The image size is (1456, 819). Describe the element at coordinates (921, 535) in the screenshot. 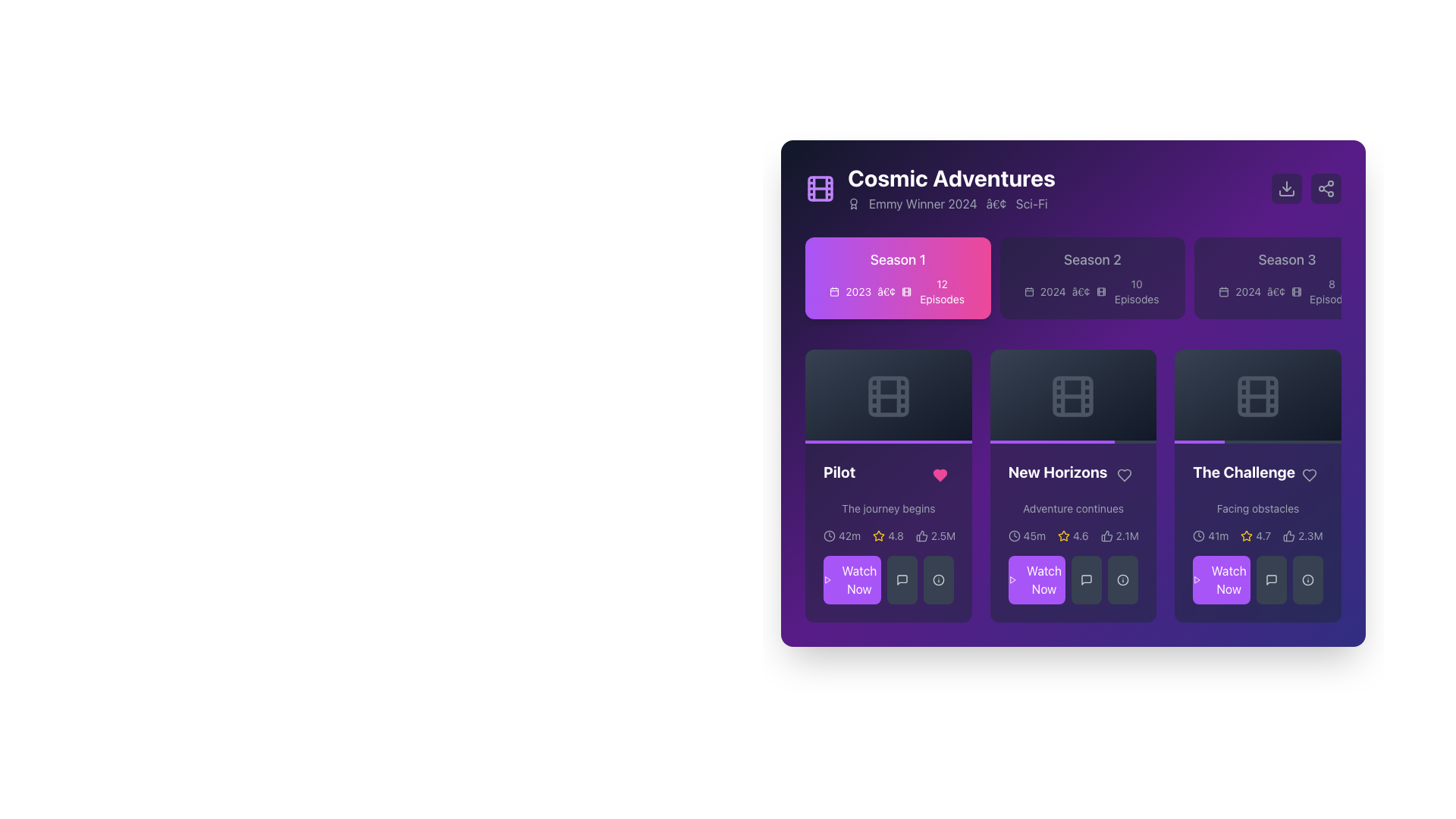

I see `the thumbs-up icon, which is an SVG-based icon indicating a positive action, located to the left of the numeric value '2.5M'` at that location.